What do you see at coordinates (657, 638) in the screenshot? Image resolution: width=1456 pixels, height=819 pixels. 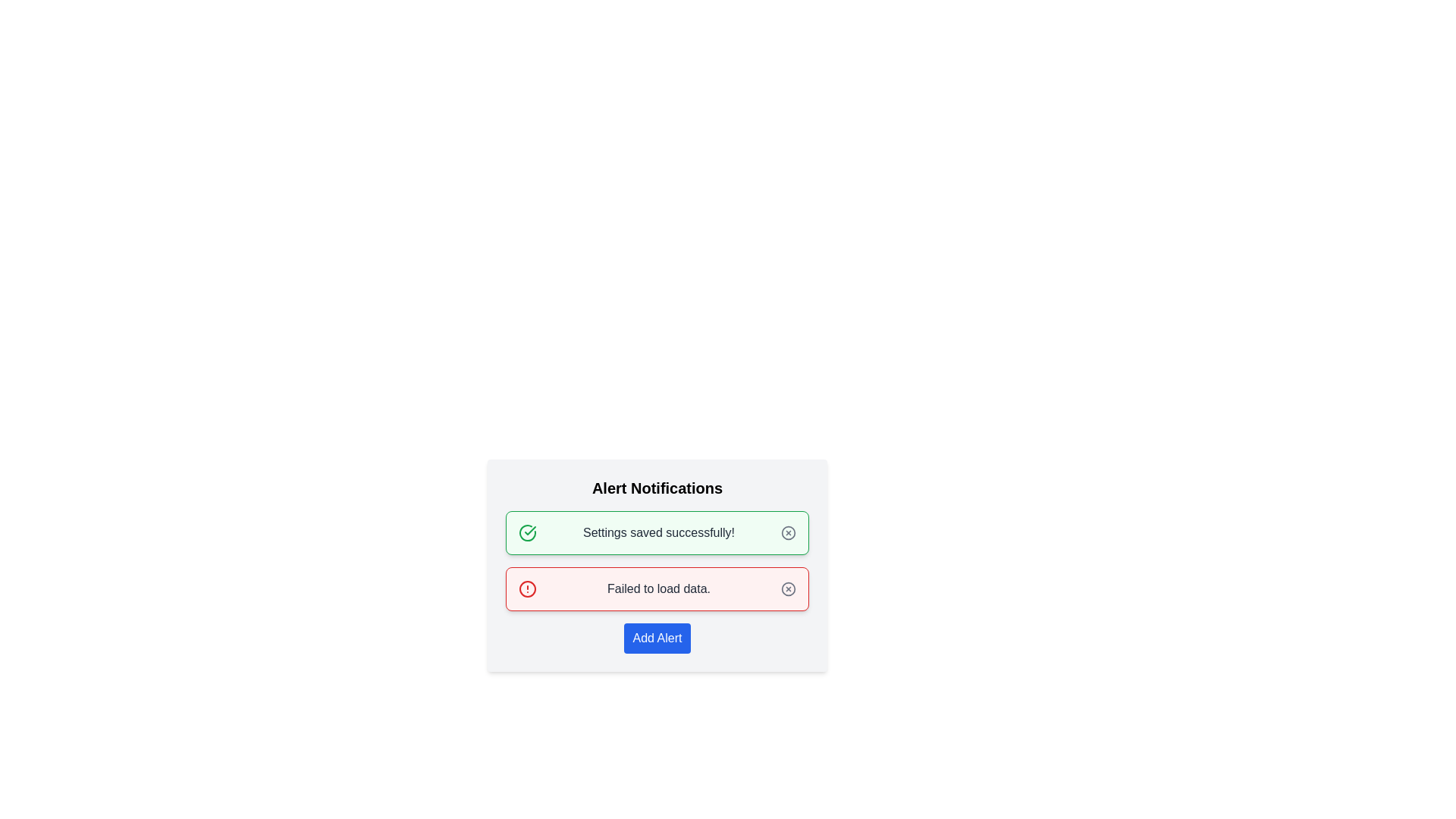 I see `the 'Add Alert' button, which is a rectangular button with a bright blue background and white text, located below the alert messages in the 'Alert Notifications' panel` at bounding box center [657, 638].